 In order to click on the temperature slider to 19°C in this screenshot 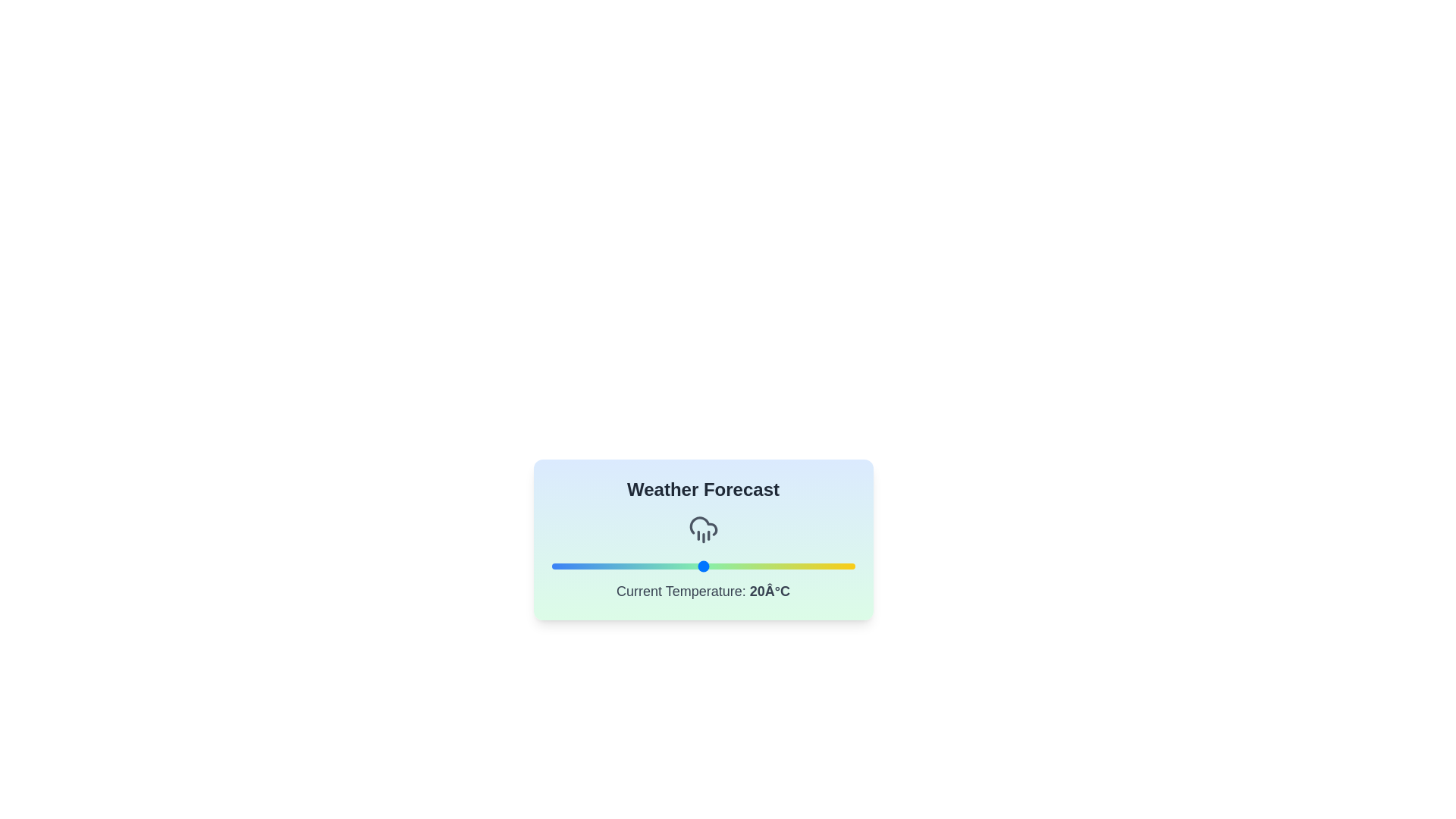, I will do `click(695, 566)`.